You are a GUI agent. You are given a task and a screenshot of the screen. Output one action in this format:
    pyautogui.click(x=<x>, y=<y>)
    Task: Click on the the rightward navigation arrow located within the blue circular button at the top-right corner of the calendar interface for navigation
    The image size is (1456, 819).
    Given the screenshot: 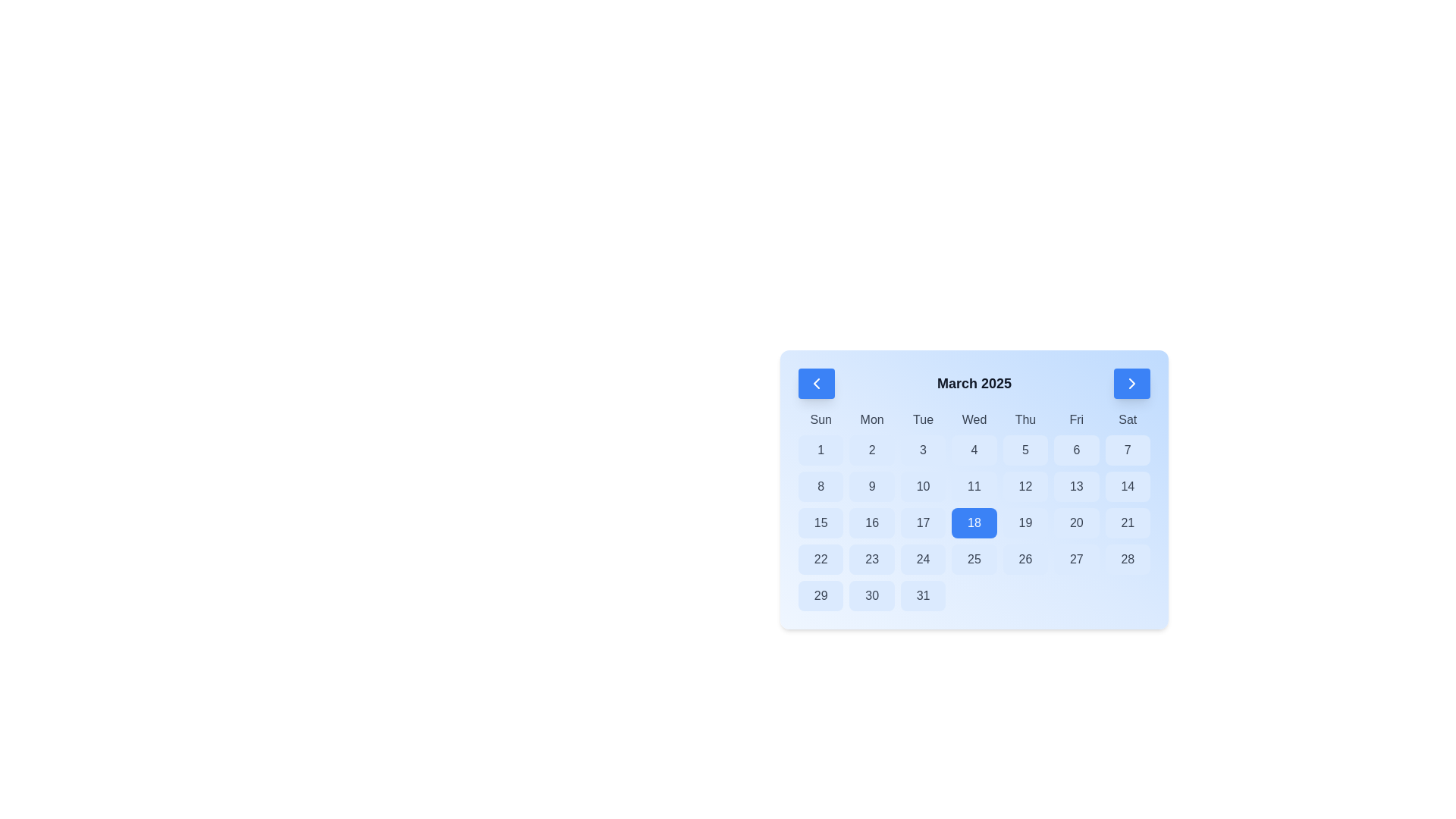 What is the action you would take?
    pyautogui.click(x=1131, y=382)
    